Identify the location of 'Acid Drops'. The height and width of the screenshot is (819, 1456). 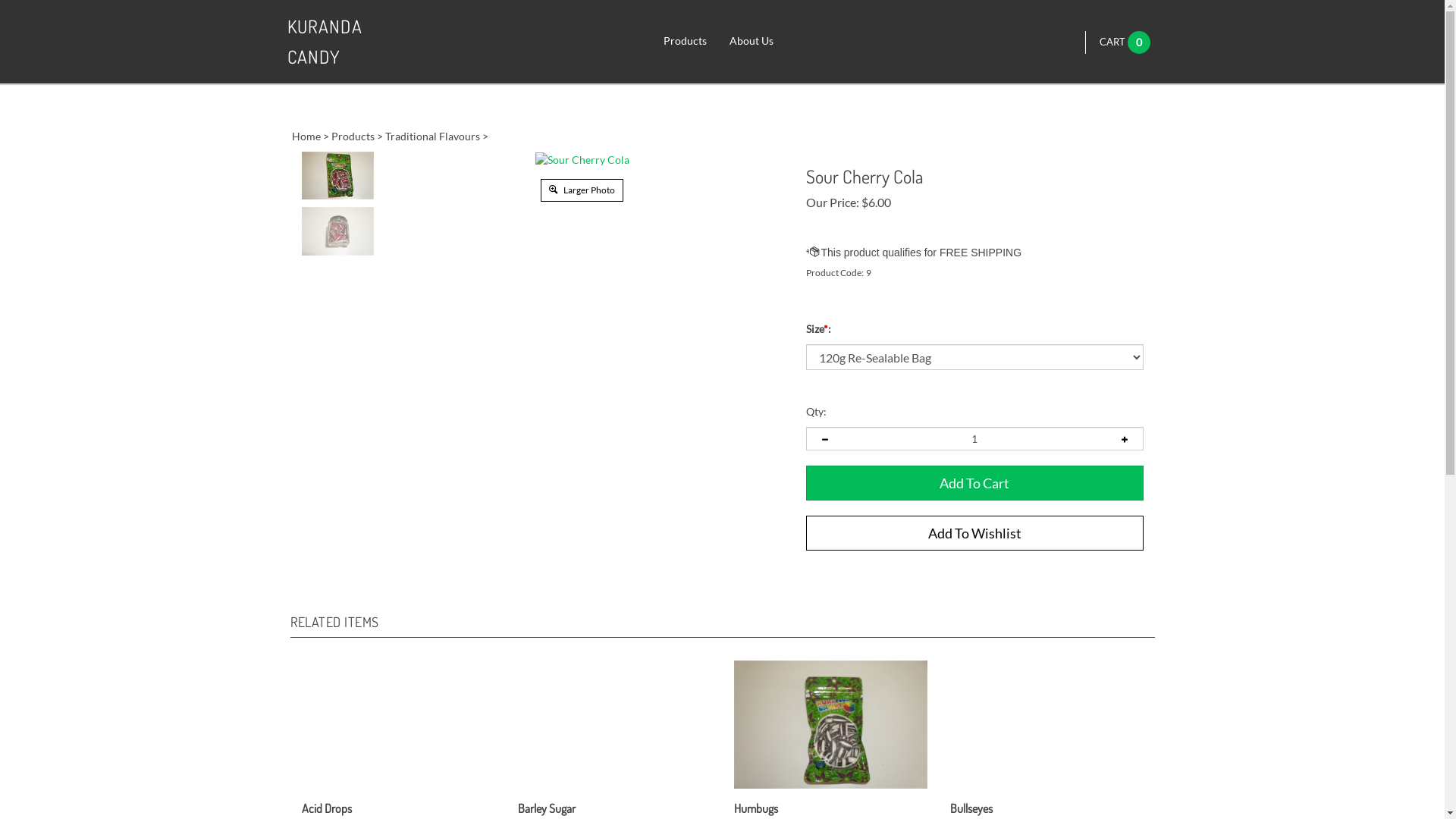
(302, 787).